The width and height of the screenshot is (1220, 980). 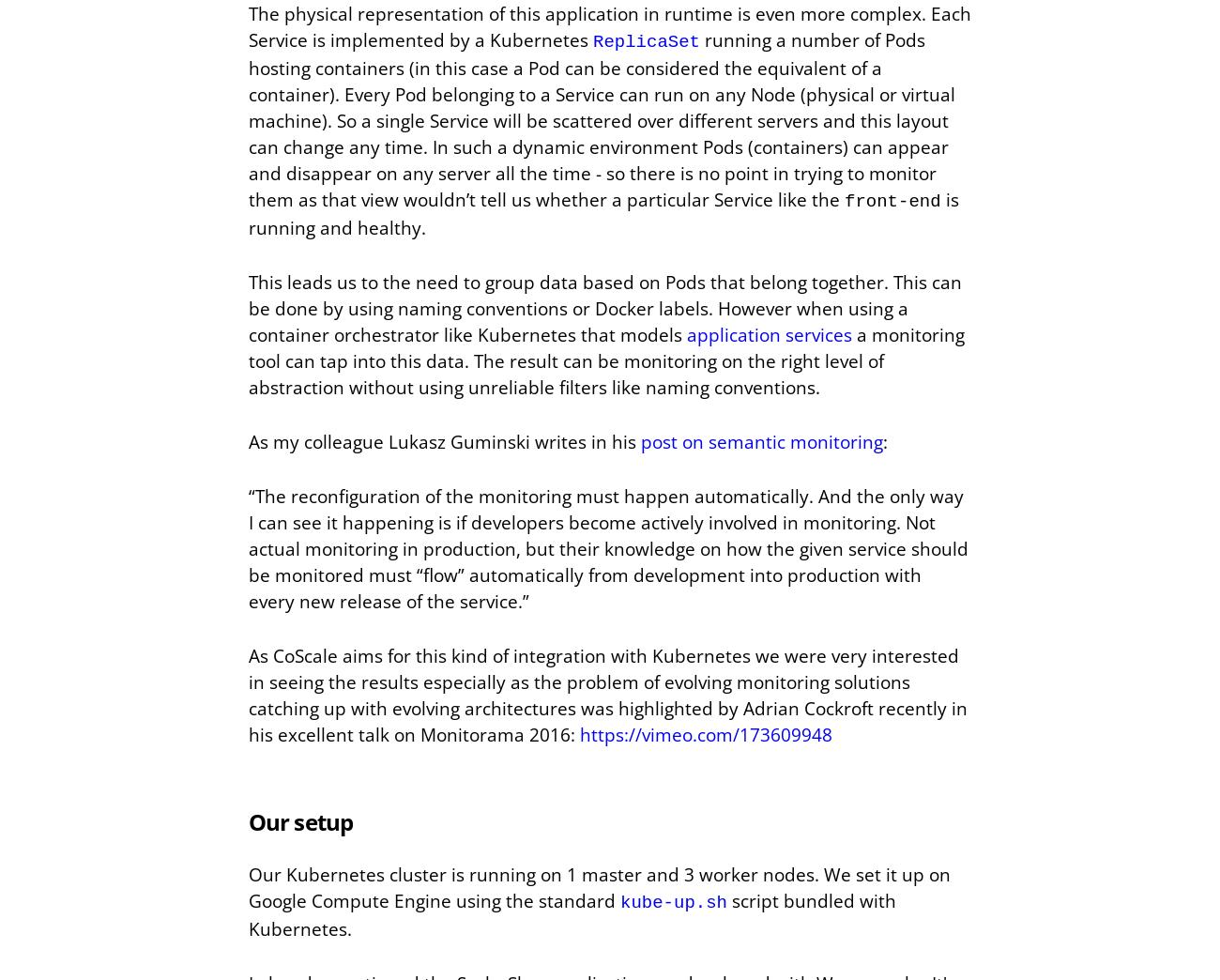 What do you see at coordinates (892, 201) in the screenshot?
I see `'front-end'` at bounding box center [892, 201].